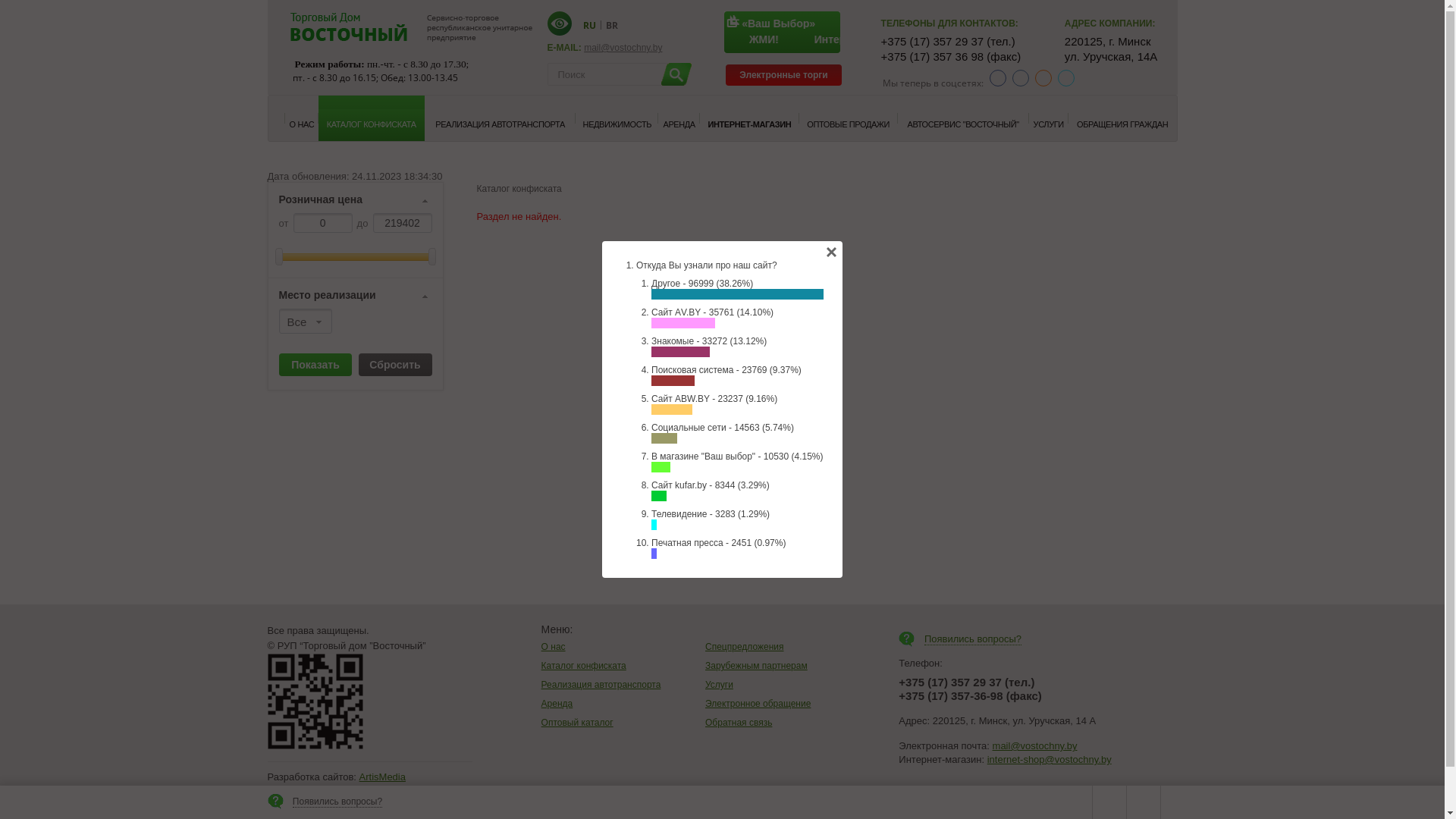 This screenshot has height=819, width=1456. I want to click on 'BR', so click(611, 24).